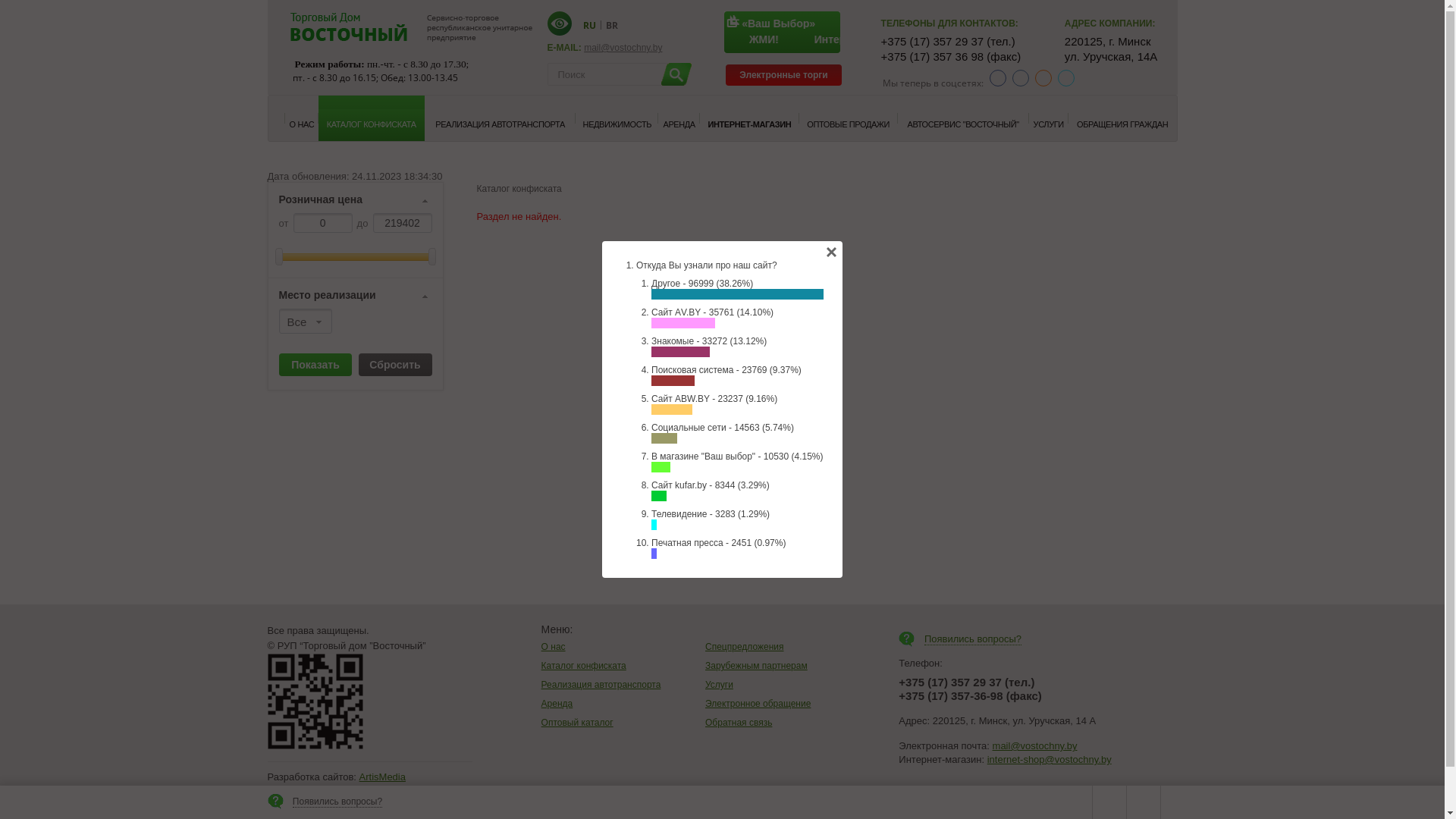 This screenshot has height=819, width=1456. I want to click on 'BR', so click(611, 24).